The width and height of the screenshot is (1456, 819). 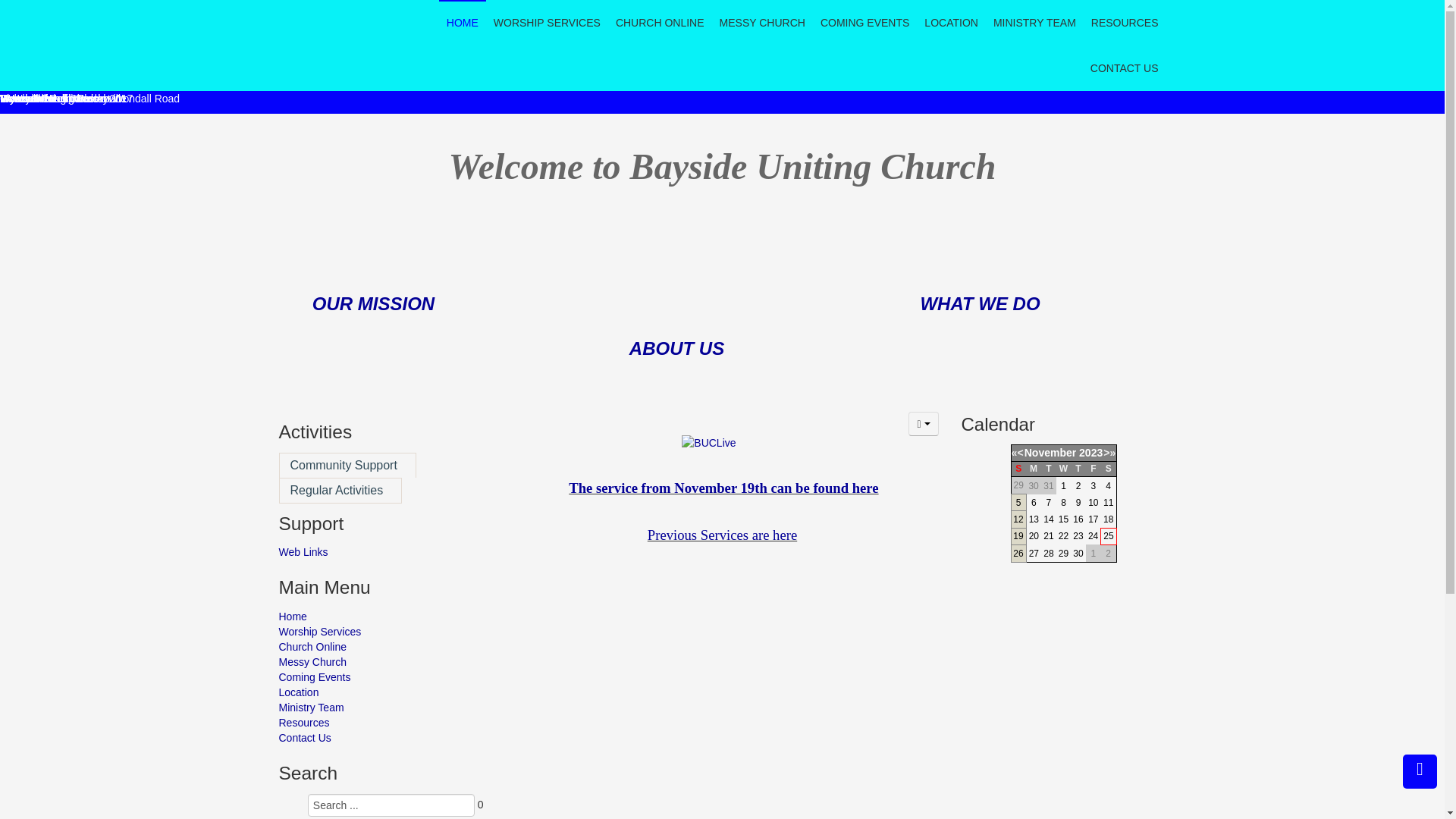 I want to click on 'HOME', so click(x=461, y=23).